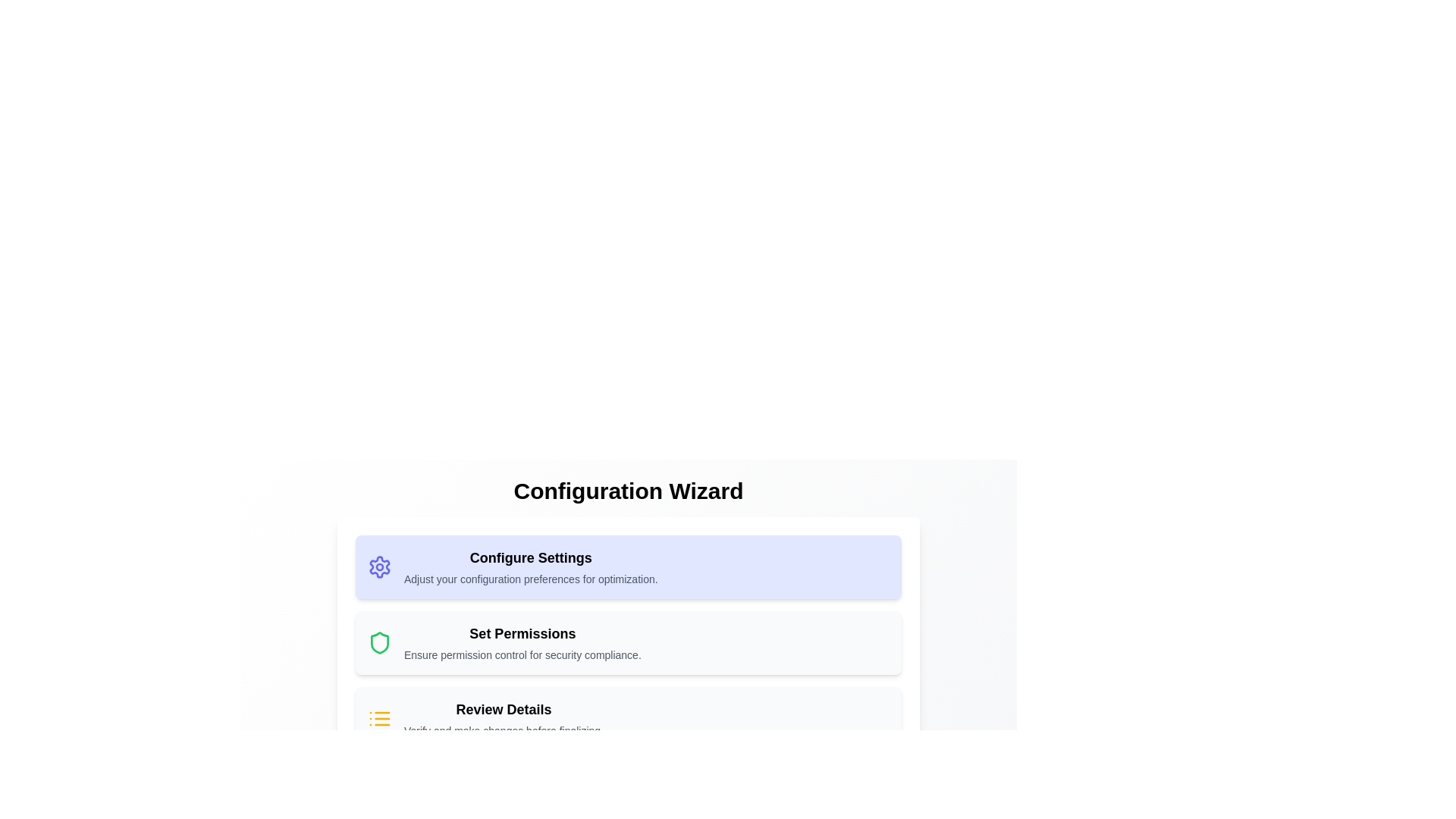 The image size is (1456, 819). What do you see at coordinates (383, 791) in the screenshot?
I see `the checkmark icon that is styled with a purple color gradient and is positioned to the left of textual descriptions, as part of the UI` at bounding box center [383, 791].